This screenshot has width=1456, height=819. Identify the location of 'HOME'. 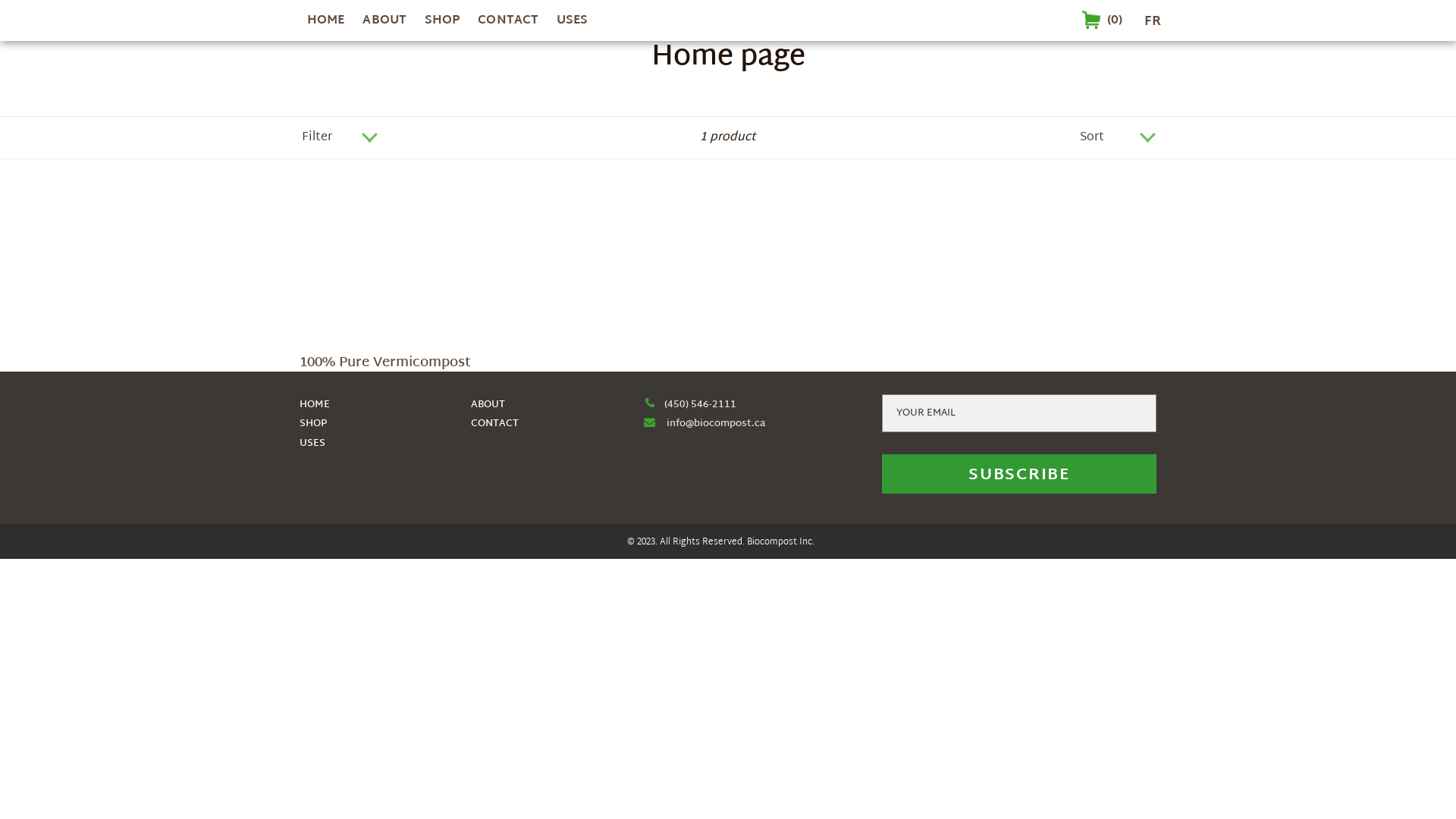
(325, 20).